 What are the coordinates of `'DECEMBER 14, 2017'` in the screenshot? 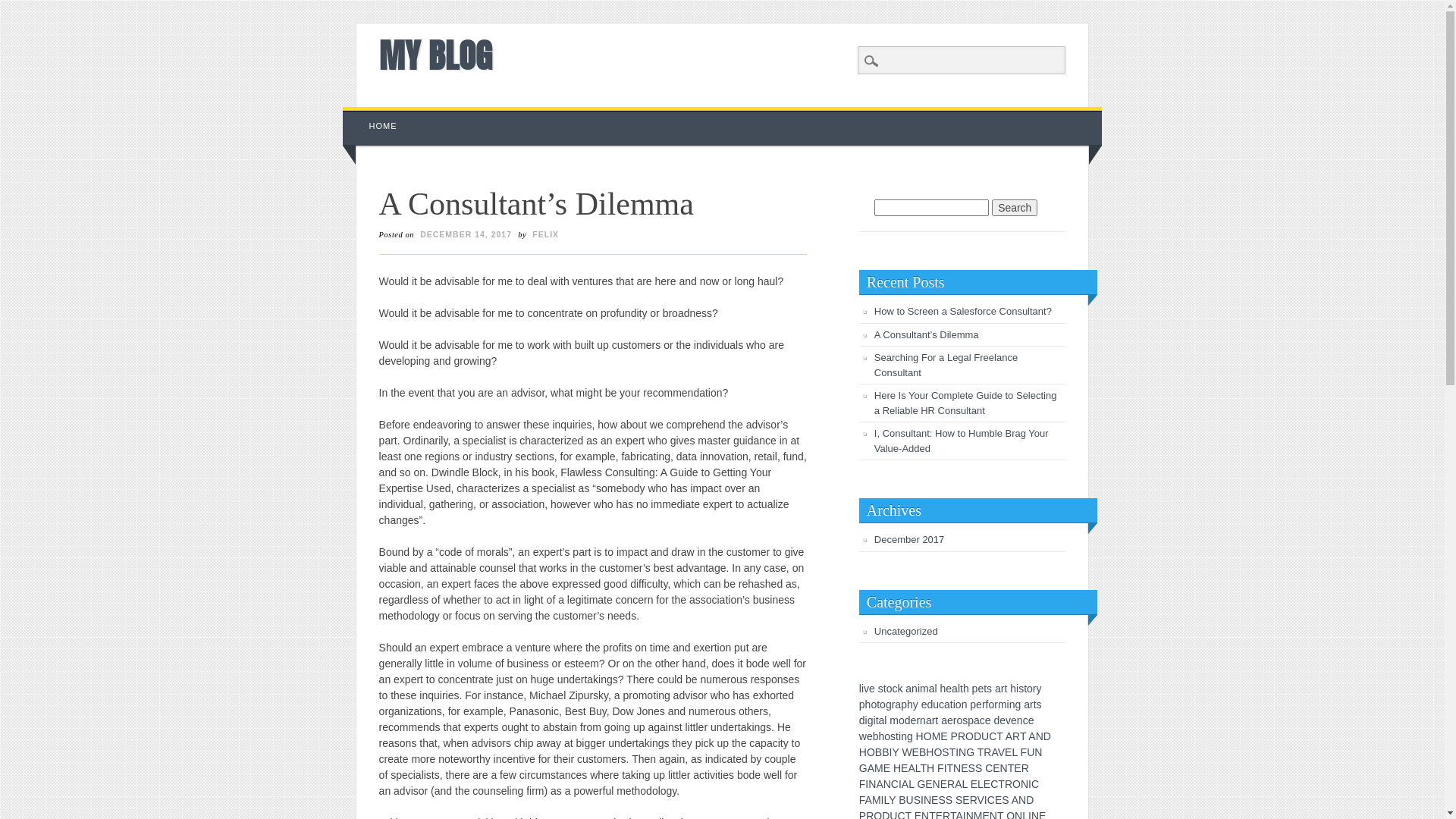 It's located at (465, 234).